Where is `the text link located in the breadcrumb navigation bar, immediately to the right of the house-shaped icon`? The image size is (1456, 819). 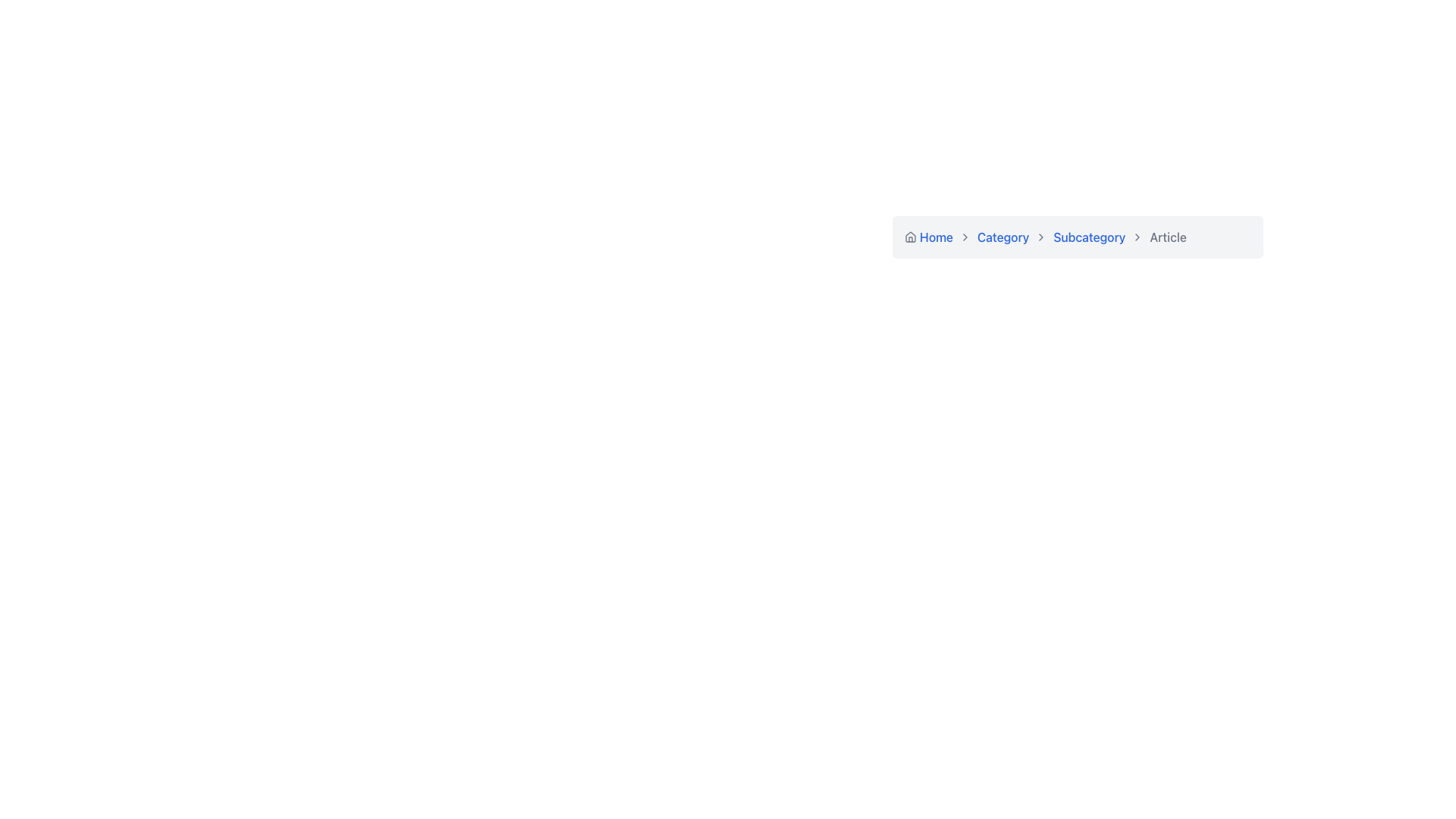 the text link located in the breadcrumb navigation bar, immediately to the right of the house-shaped icon is located at coordinates (935, 237).